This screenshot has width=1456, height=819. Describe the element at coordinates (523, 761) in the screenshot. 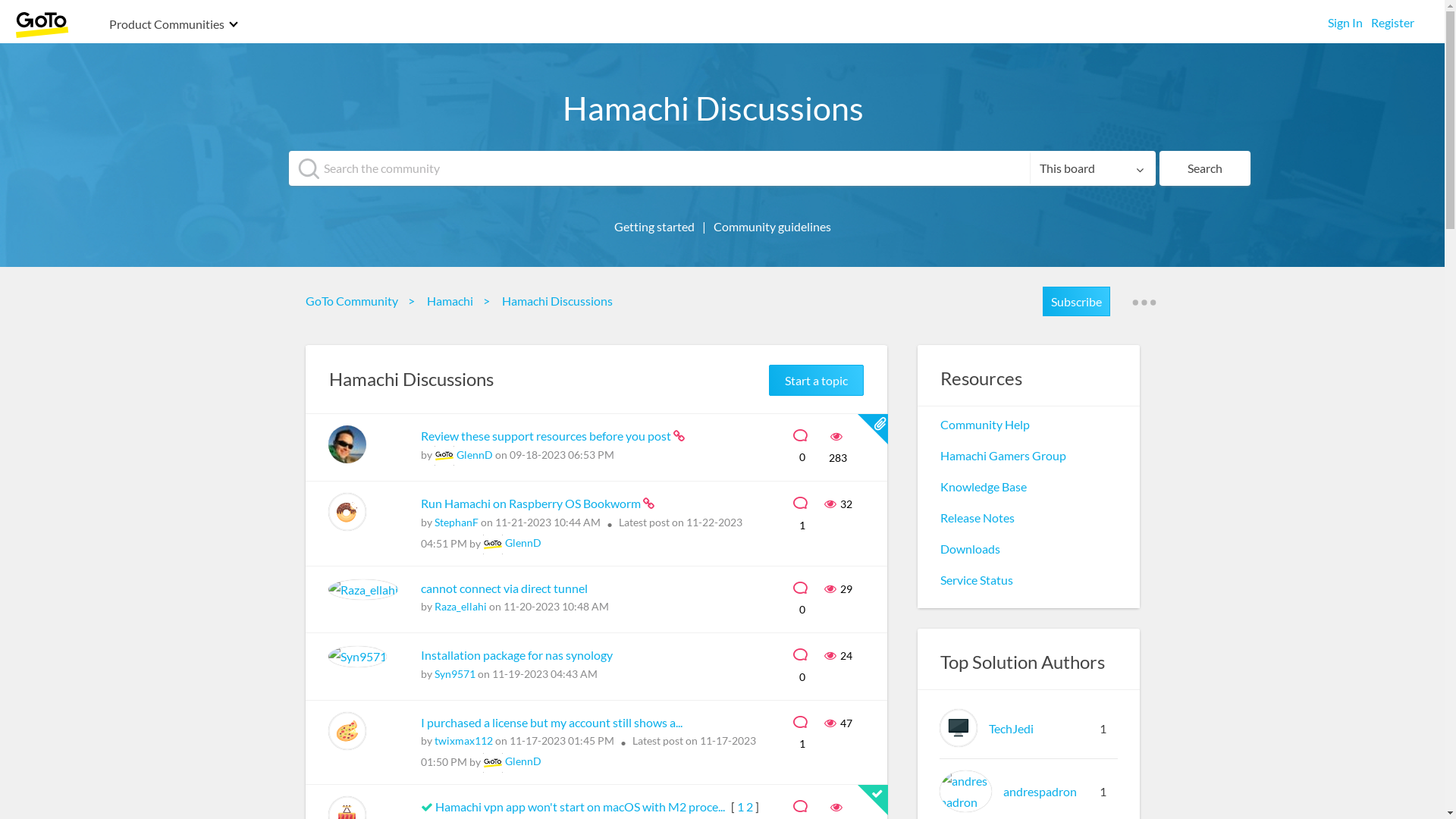

I see `'GlennD'` at that location.